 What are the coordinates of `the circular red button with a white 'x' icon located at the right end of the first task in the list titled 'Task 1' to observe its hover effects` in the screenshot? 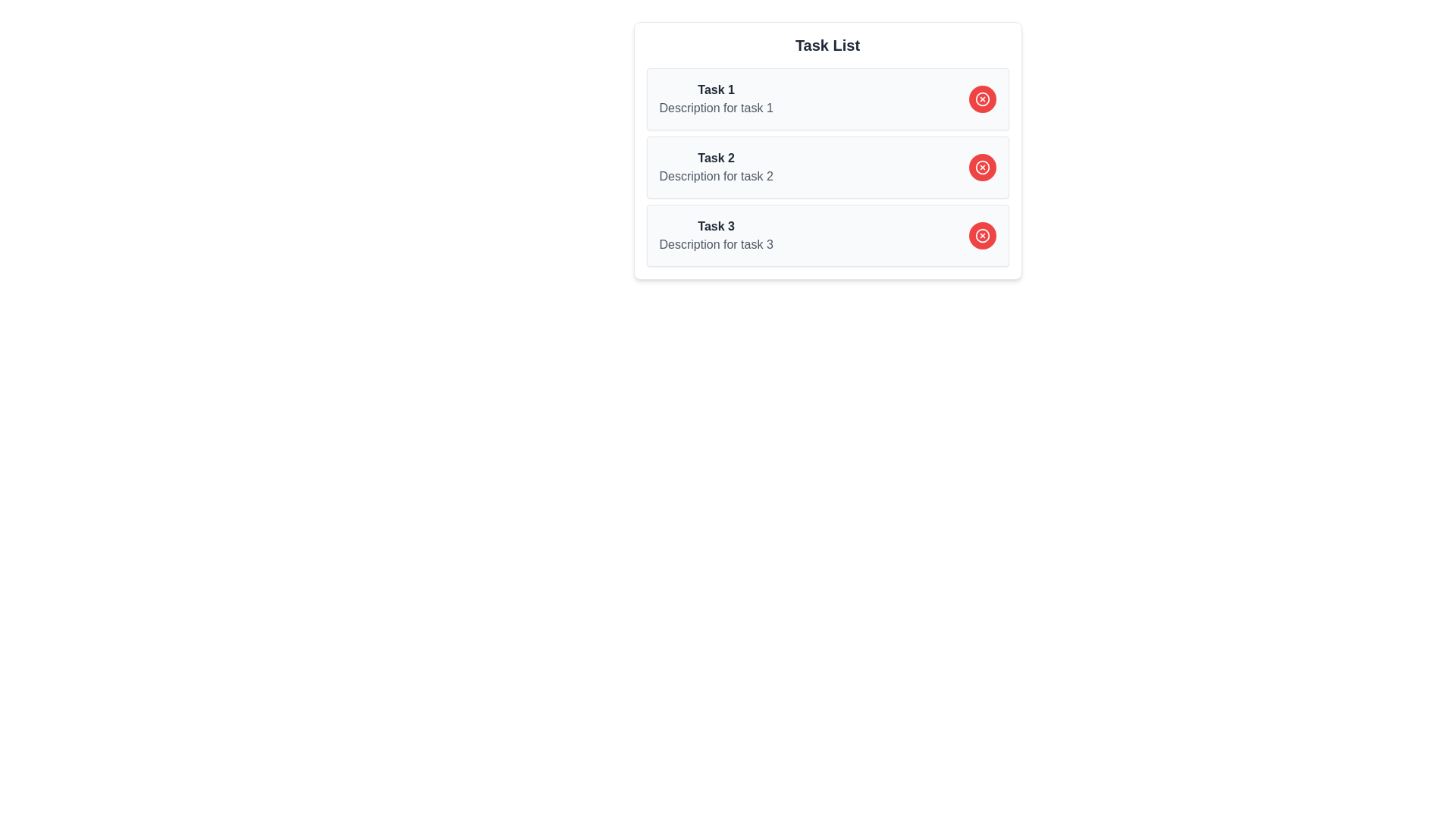 It's located at (982, 99).